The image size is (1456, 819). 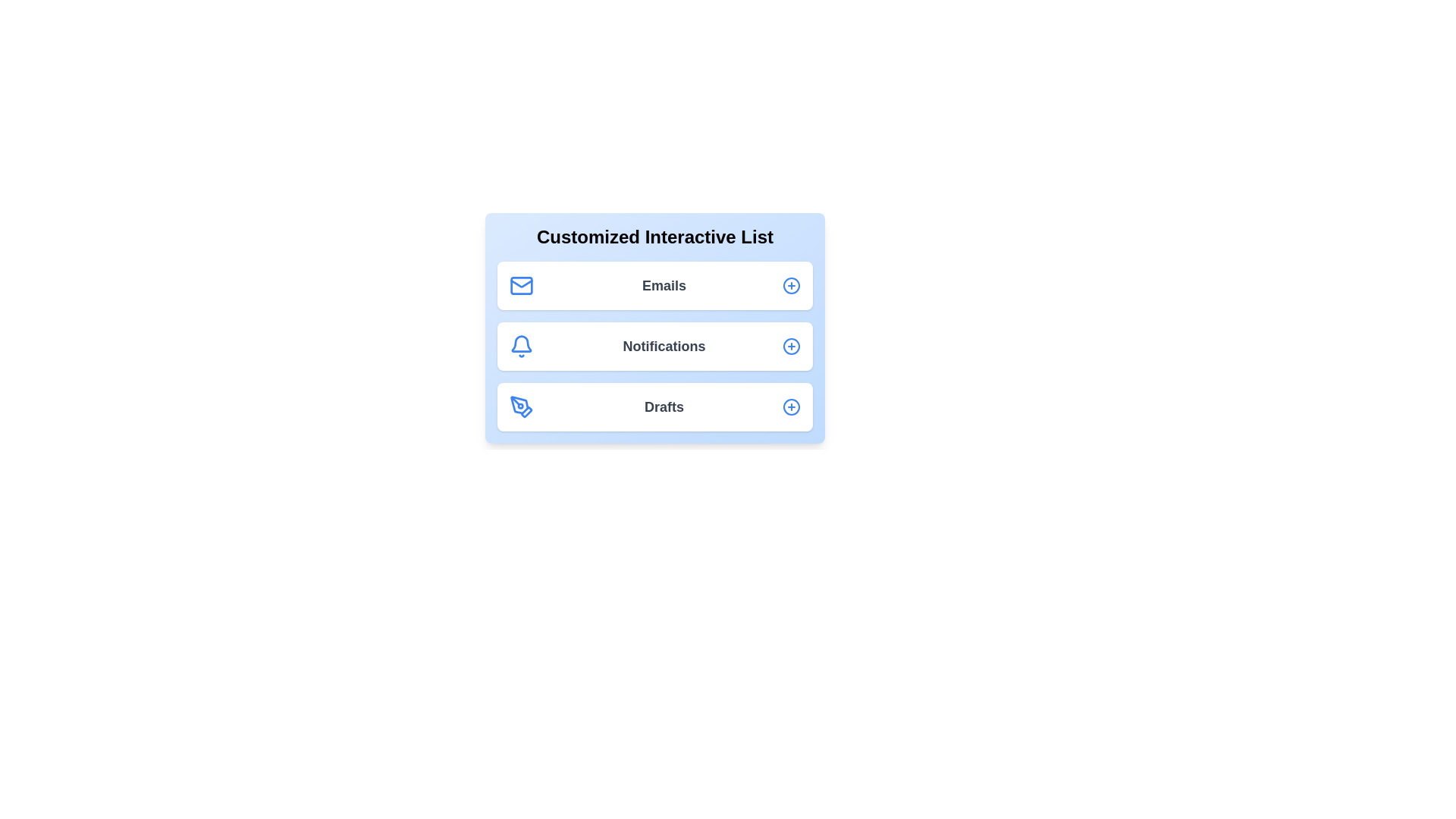 What do you see at coordinates (521, 346) in the screenshot?
I see `the icon representing Notifications in the list` at bounding box center [521, 346].